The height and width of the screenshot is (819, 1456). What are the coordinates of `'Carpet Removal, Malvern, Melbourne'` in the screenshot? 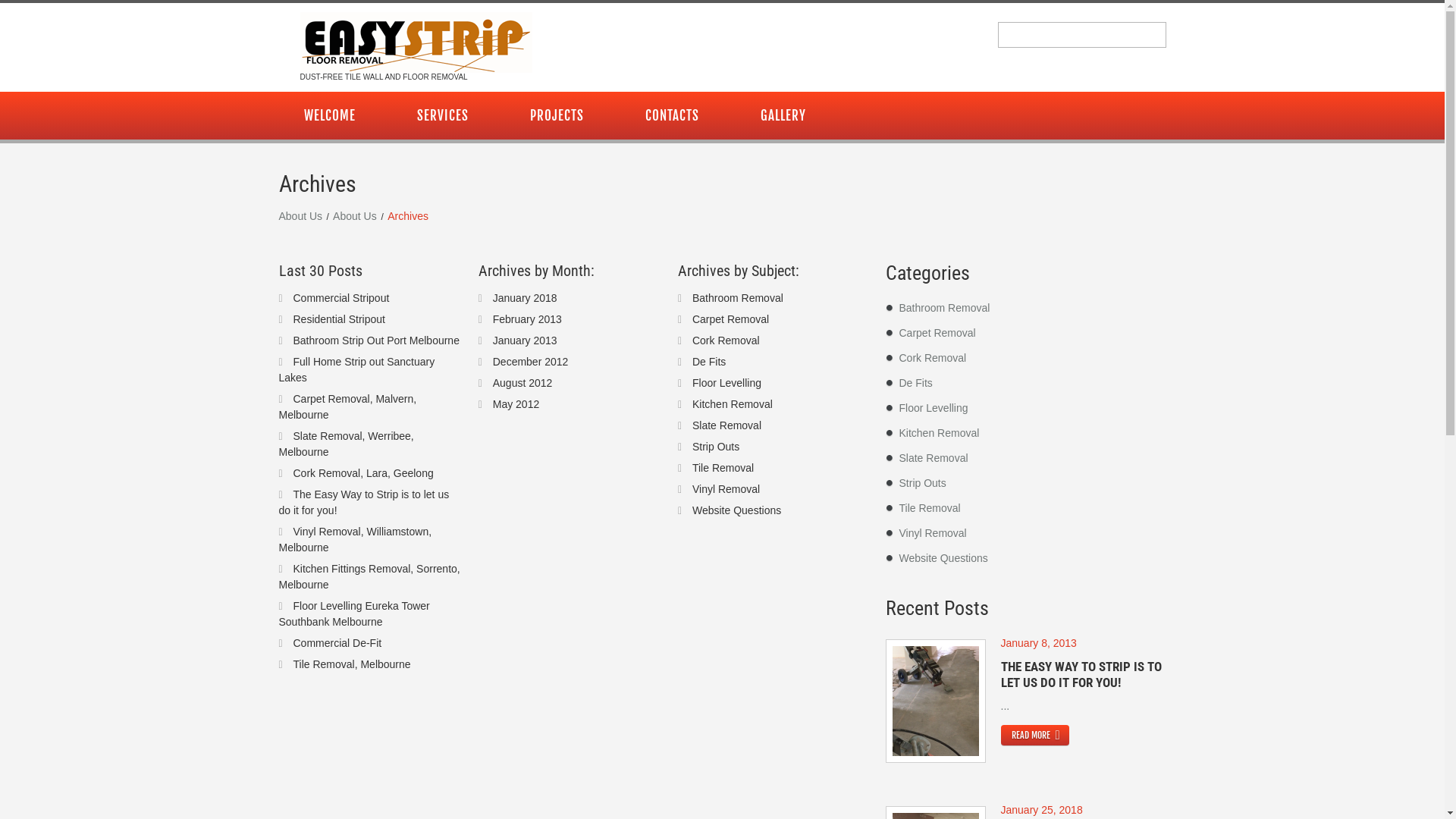 It's located at (347, 406).